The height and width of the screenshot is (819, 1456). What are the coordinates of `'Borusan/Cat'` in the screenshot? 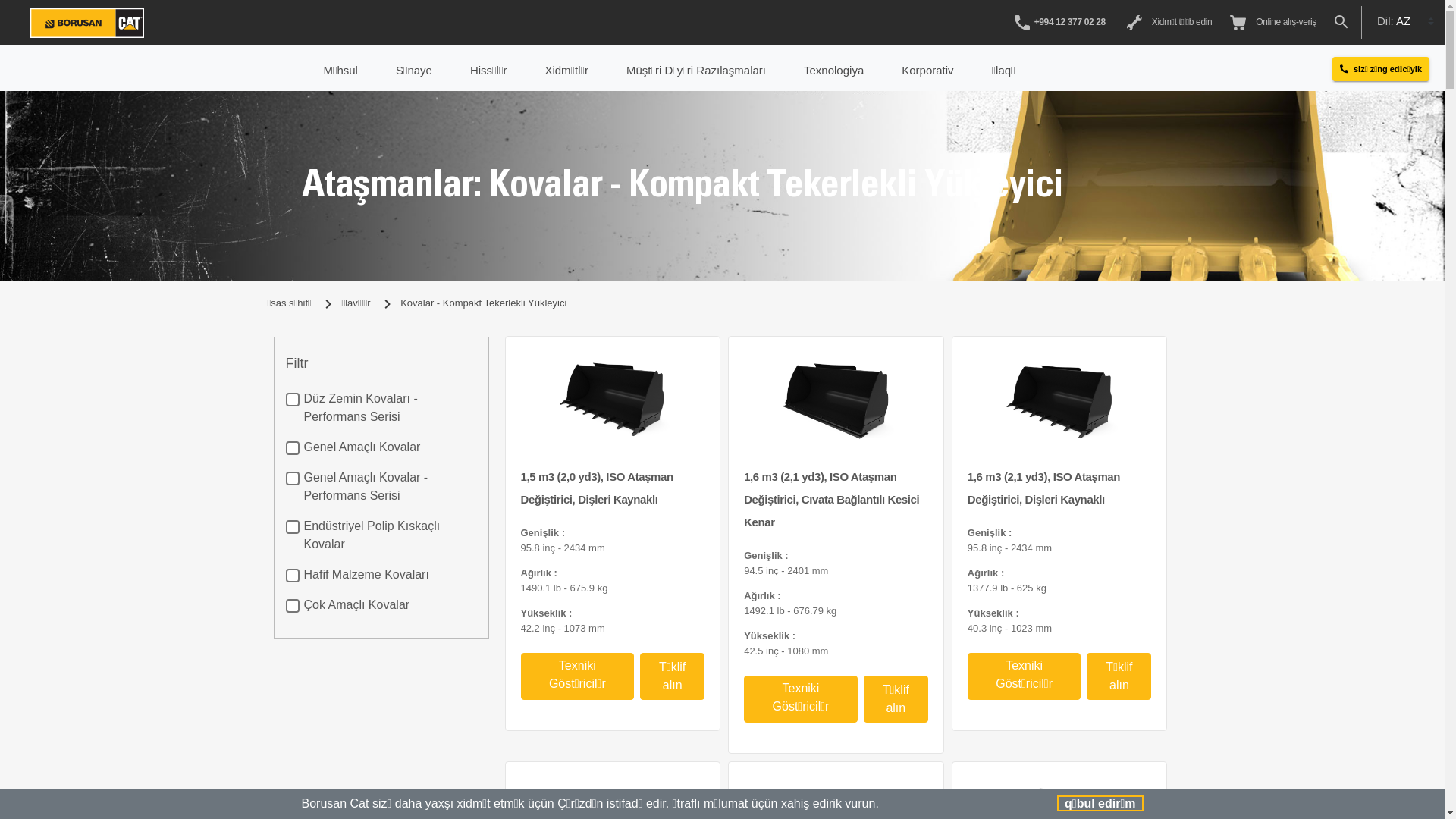 It's located at (86, 23).